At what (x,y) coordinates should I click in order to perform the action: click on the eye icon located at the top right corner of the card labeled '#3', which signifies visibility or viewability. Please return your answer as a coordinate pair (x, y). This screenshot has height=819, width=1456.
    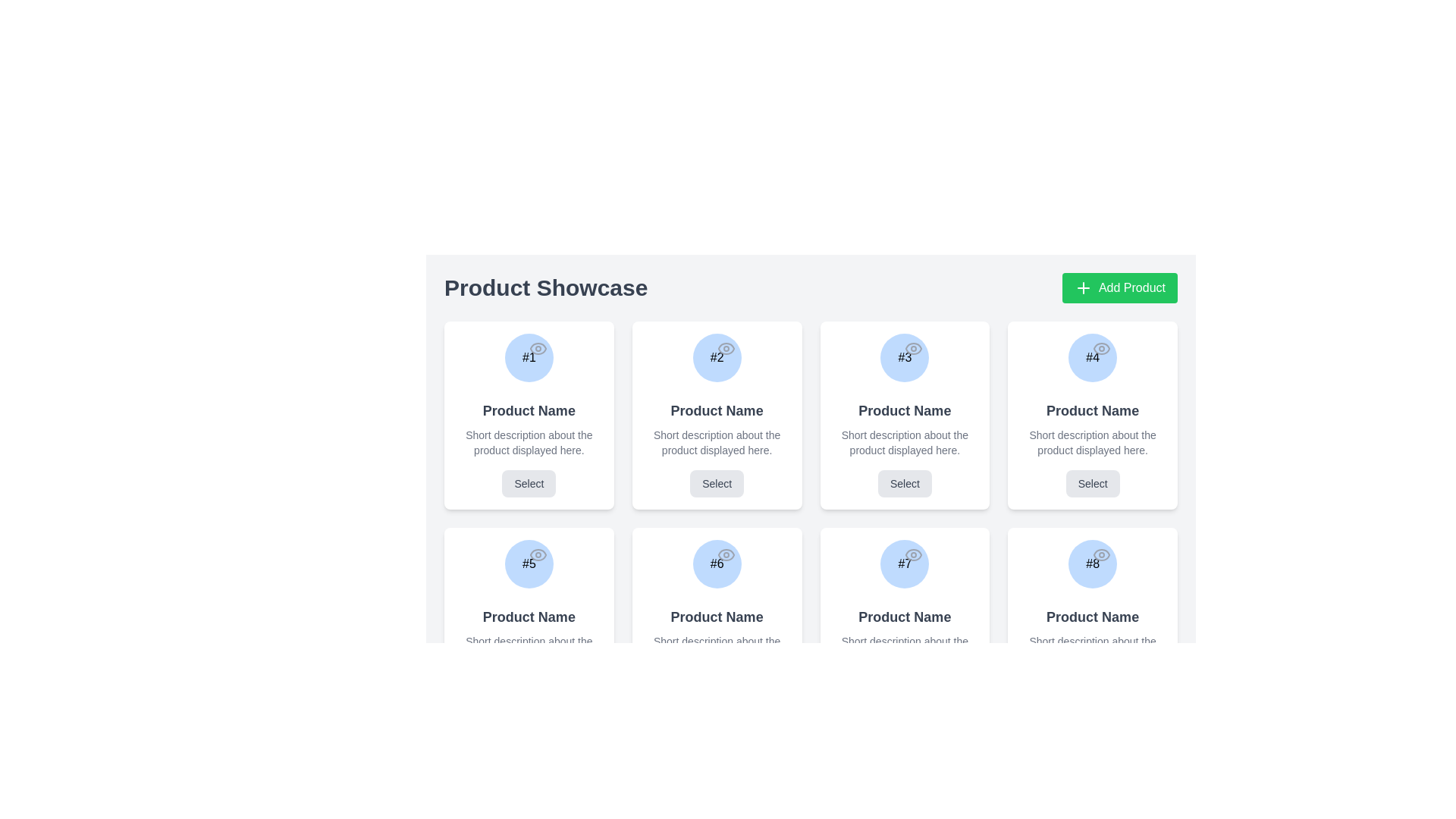
    Looking at the image, I should click on (913, 348).